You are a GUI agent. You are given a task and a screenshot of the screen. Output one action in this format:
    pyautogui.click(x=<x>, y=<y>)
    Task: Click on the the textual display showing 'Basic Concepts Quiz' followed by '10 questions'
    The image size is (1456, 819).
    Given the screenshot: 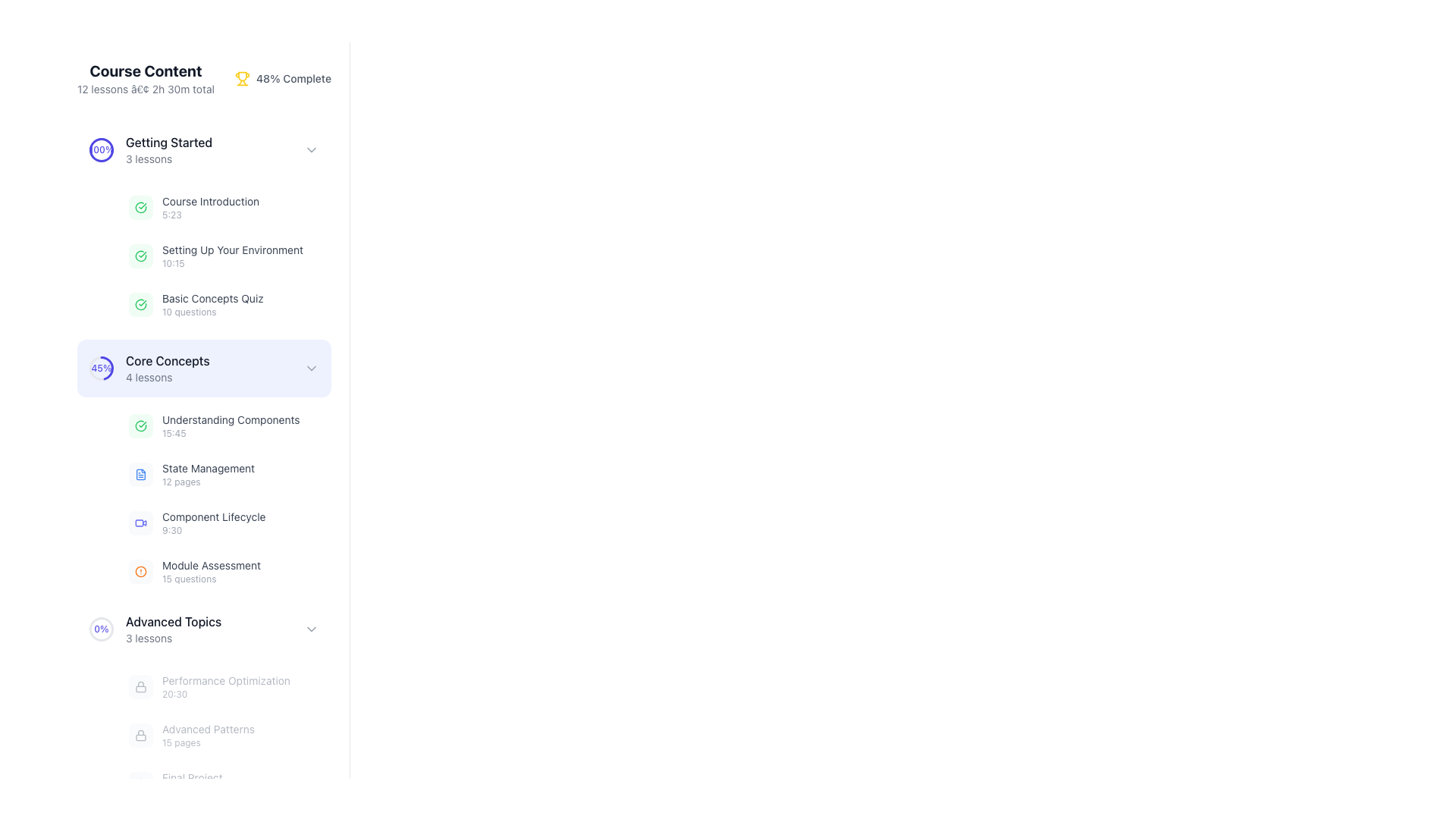 What is the action you would take?
    pyautogui.click(x=212, y=304)
    